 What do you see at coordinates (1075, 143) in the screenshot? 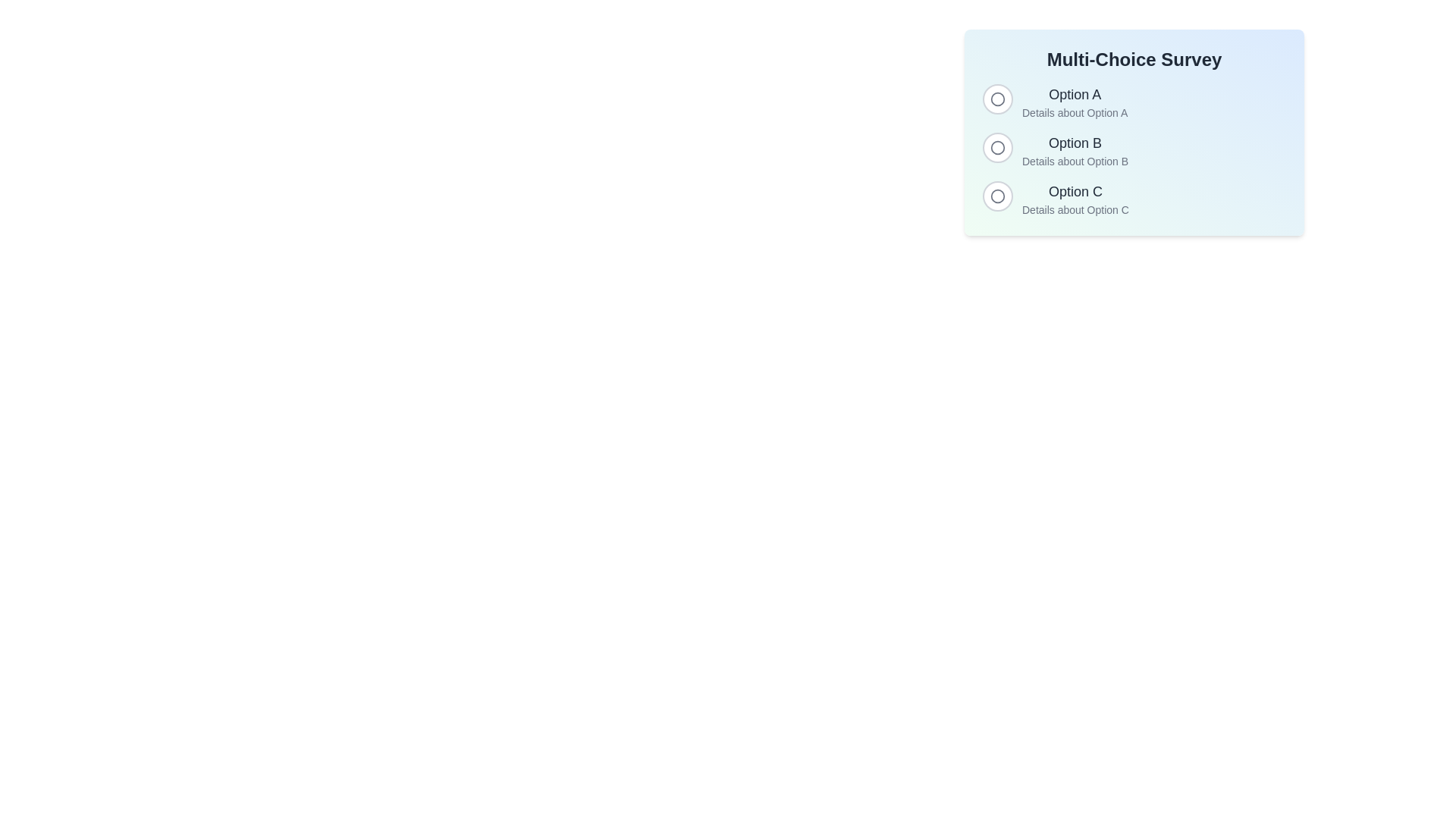
I see `the primary label for the second selection option in the multi-choice survey, located to the right of the corresponding radio button` at bounding box center [1075, 143].